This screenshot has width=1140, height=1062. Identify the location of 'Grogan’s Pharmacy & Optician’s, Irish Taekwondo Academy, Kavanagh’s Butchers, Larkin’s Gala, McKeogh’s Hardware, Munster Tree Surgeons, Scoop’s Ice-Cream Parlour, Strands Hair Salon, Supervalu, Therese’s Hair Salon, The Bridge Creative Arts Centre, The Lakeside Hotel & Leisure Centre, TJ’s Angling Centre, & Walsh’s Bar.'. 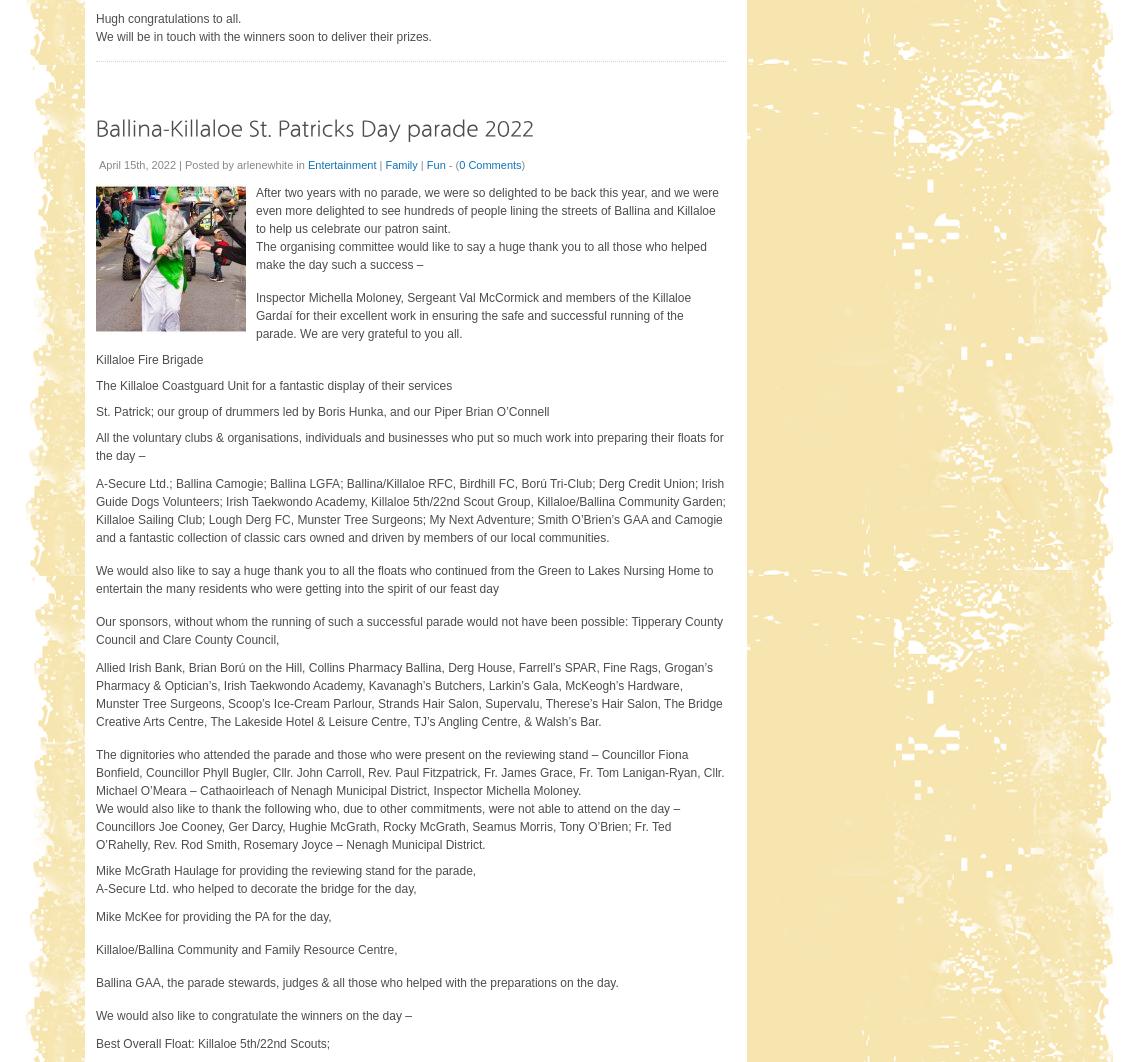
(408, 694).